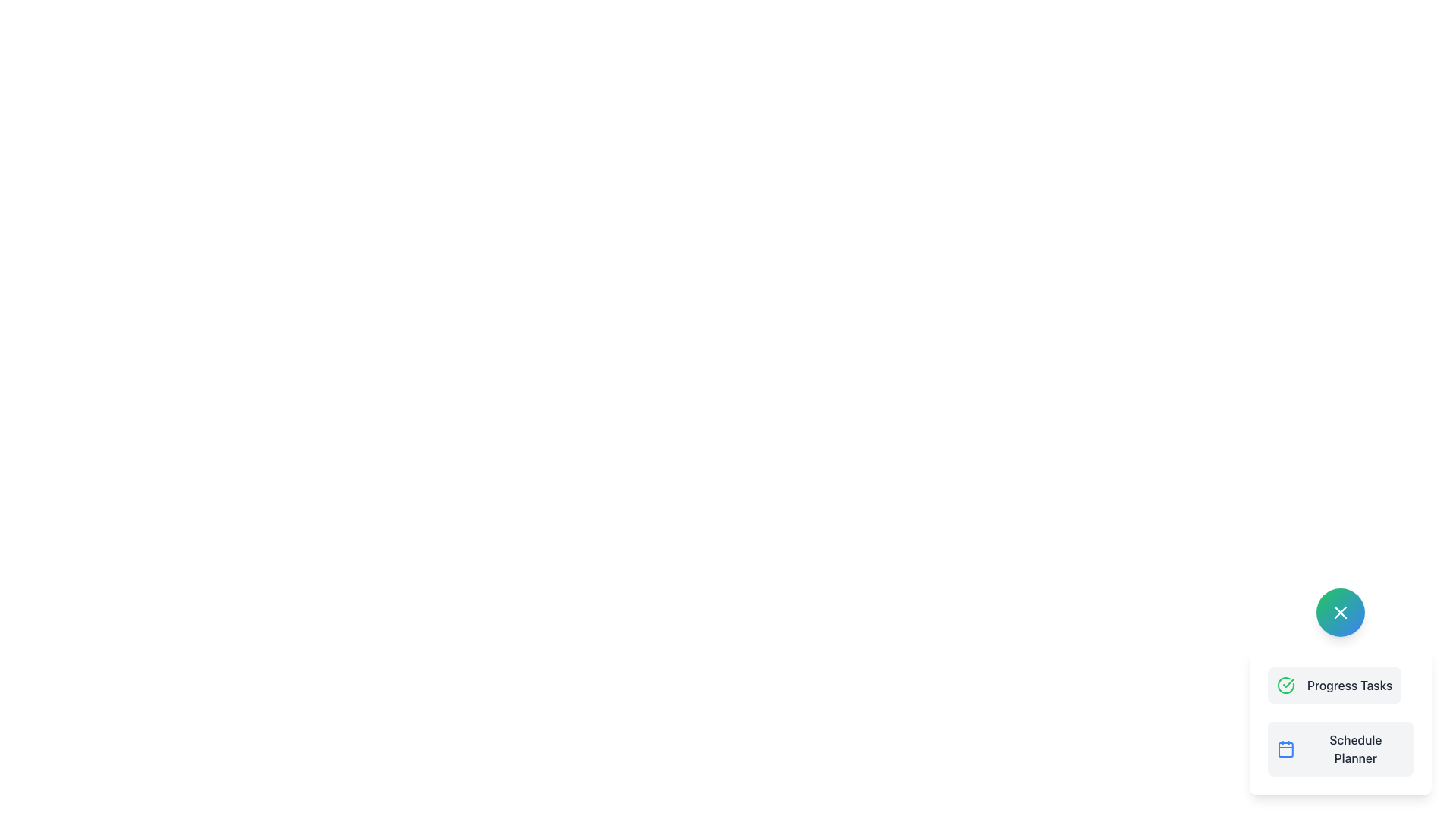 Image resolution: width=1456 pixels, height=819 pixels. Describe the element at coordinates (1285, 748) in the screenshot. I see `the blue-outlined calendar icon of the 'Schedule Planner' option located below the 'Progress Tasks' item in the vertical menu` at that location.